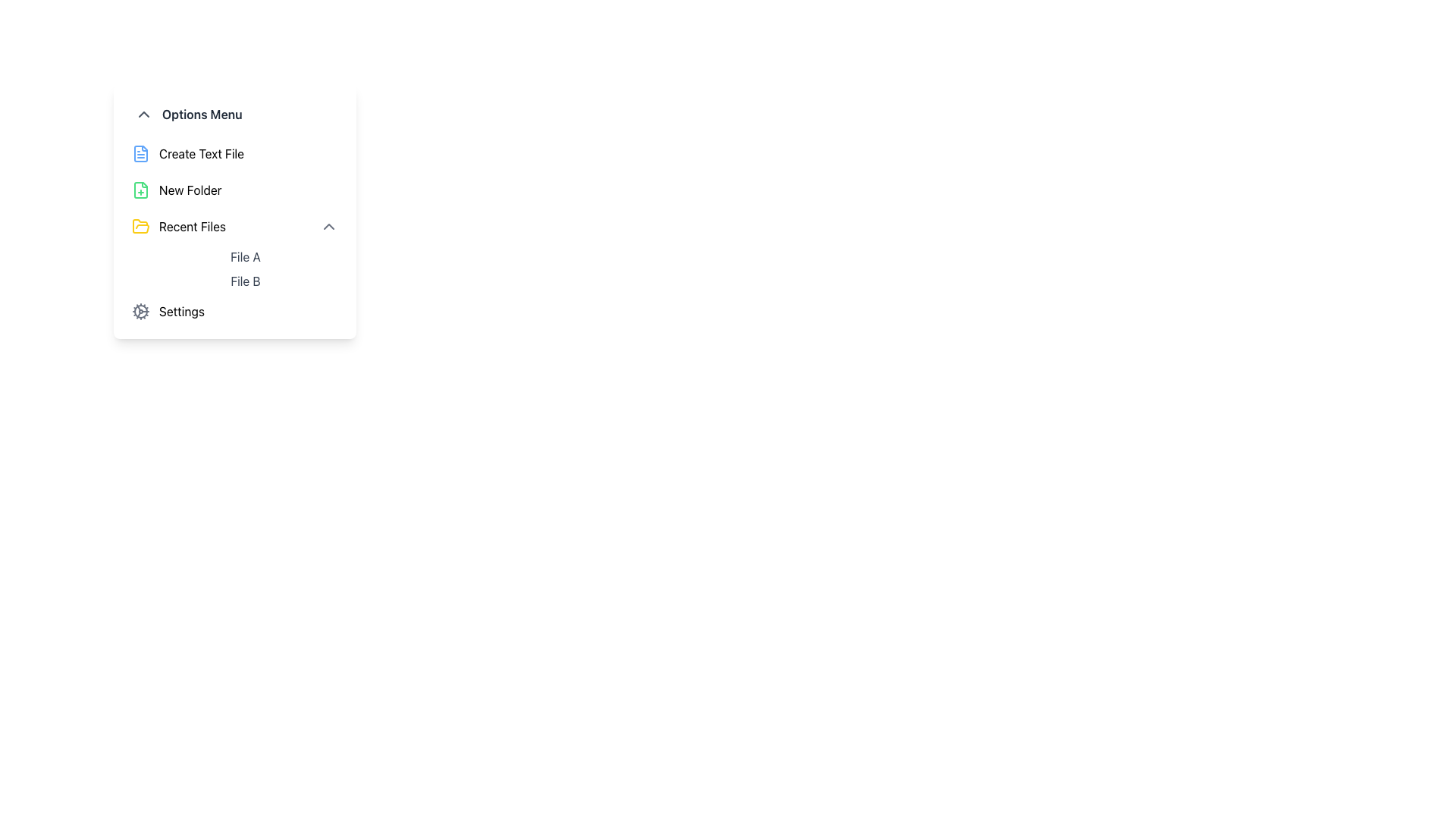 This screenshot has width=1456, height=819. What do you see at coordinates (201, 154) in the screenshot?
I see `the 'New Text File' label in the 'Options Menu', which is the second menu option featuring a file icon to the left` at bounding box center [201, 154].